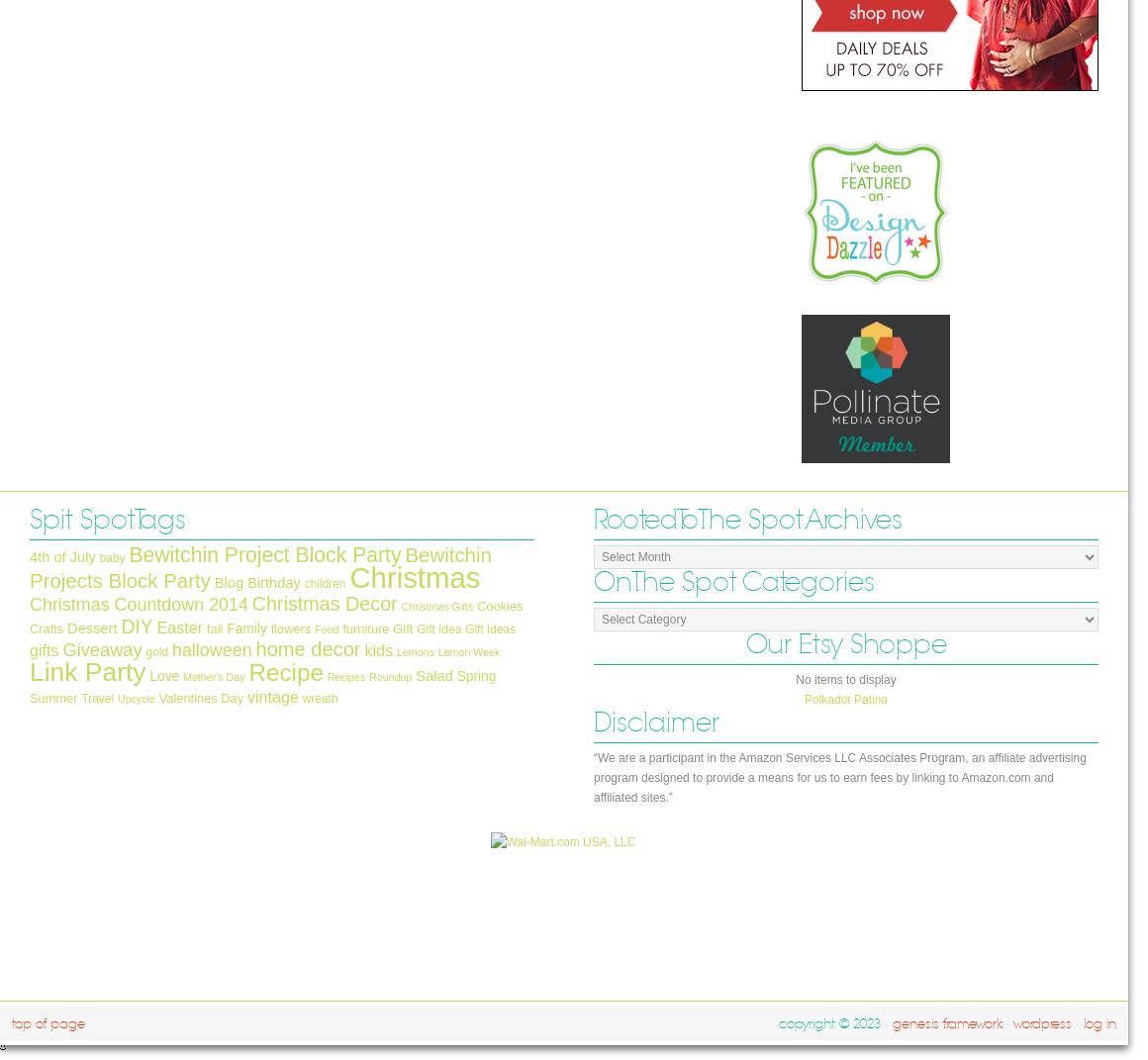 The width and height of the screenshot is (1148, 1060). I want to click on 'On The Spot Categories', so click(734, 582).